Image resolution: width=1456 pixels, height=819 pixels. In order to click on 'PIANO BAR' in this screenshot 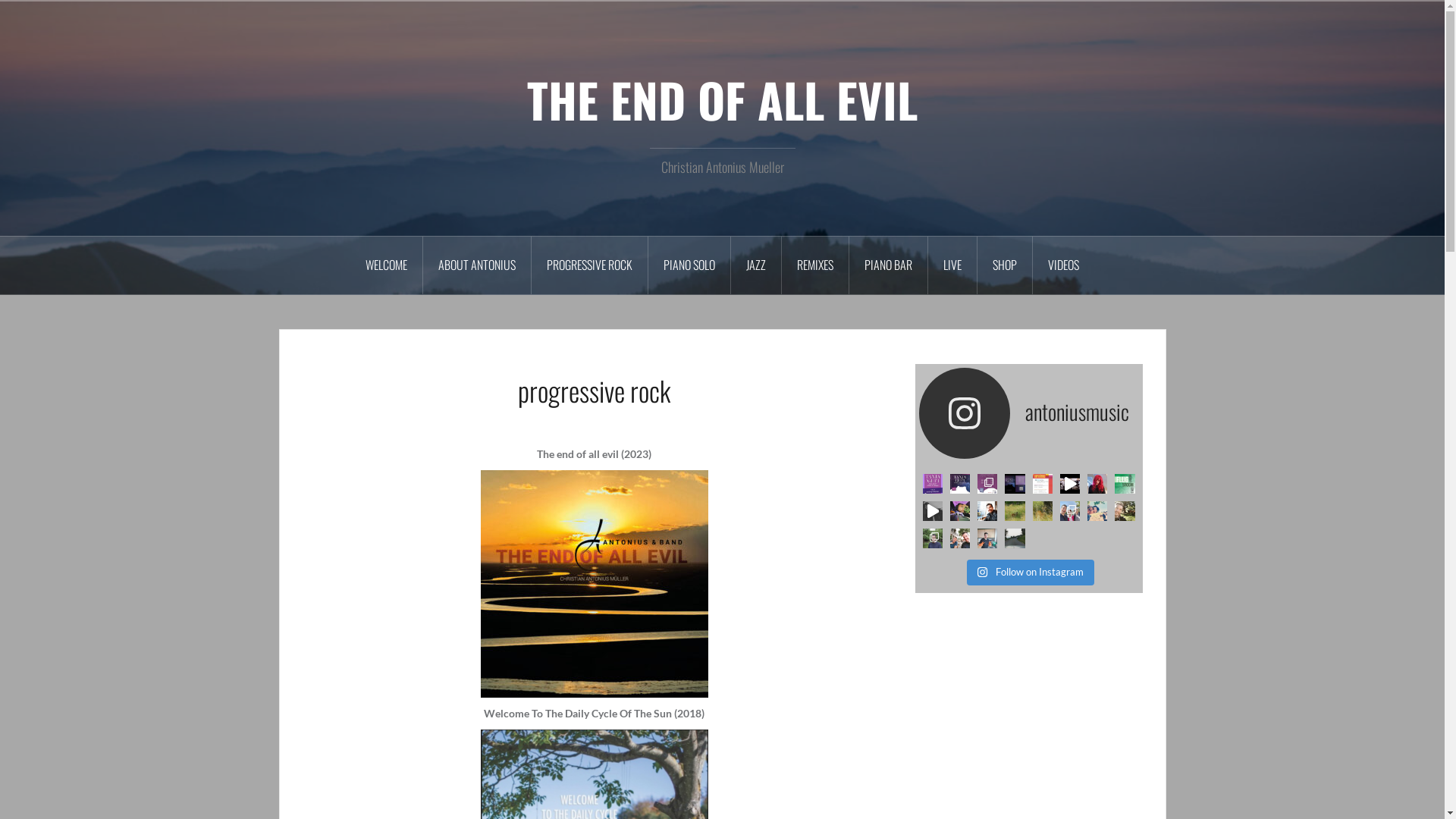, I will do `click(888, 265)`.